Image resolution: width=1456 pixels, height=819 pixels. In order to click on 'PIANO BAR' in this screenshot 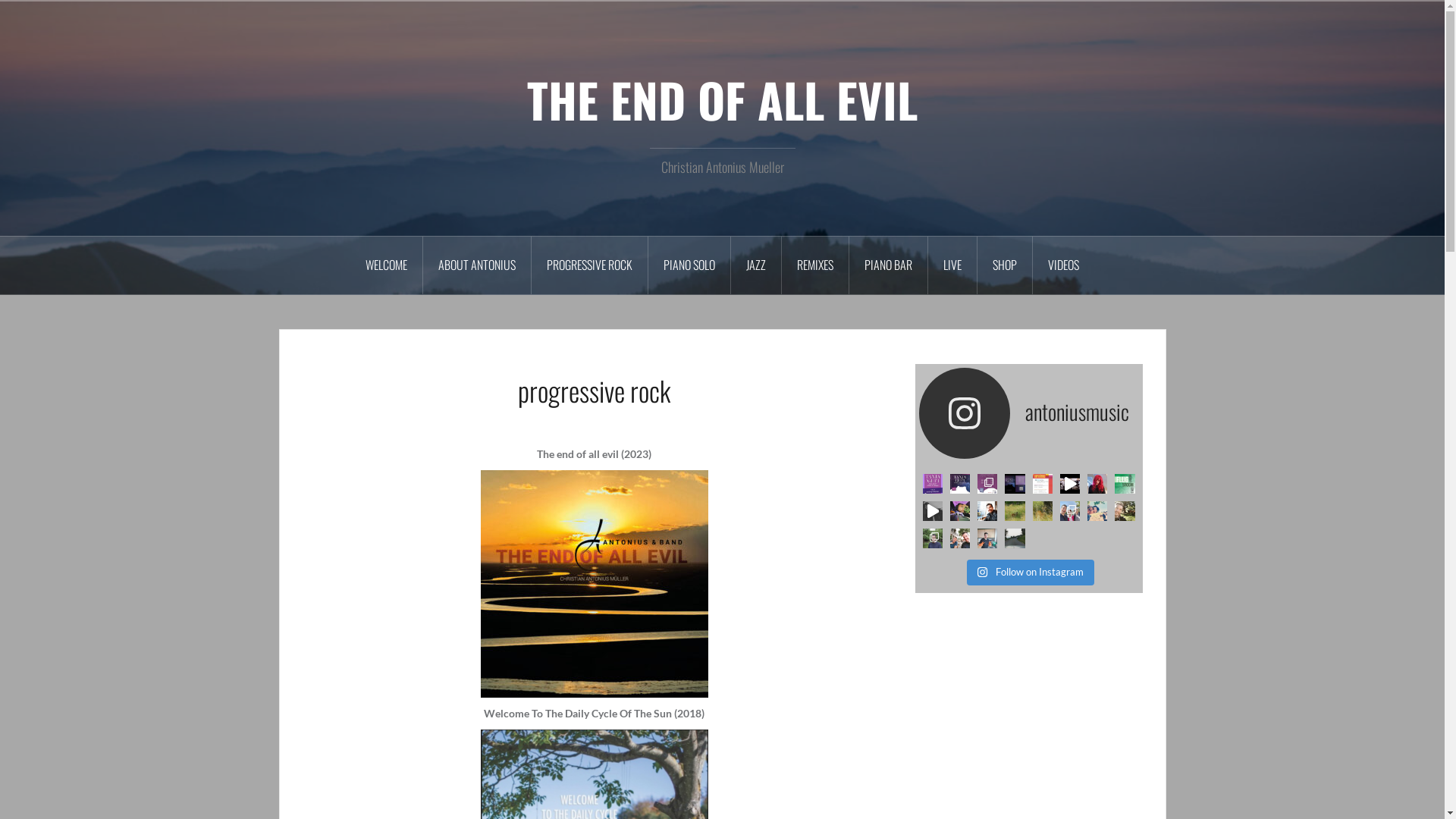, I will do `click(888, 265)`.